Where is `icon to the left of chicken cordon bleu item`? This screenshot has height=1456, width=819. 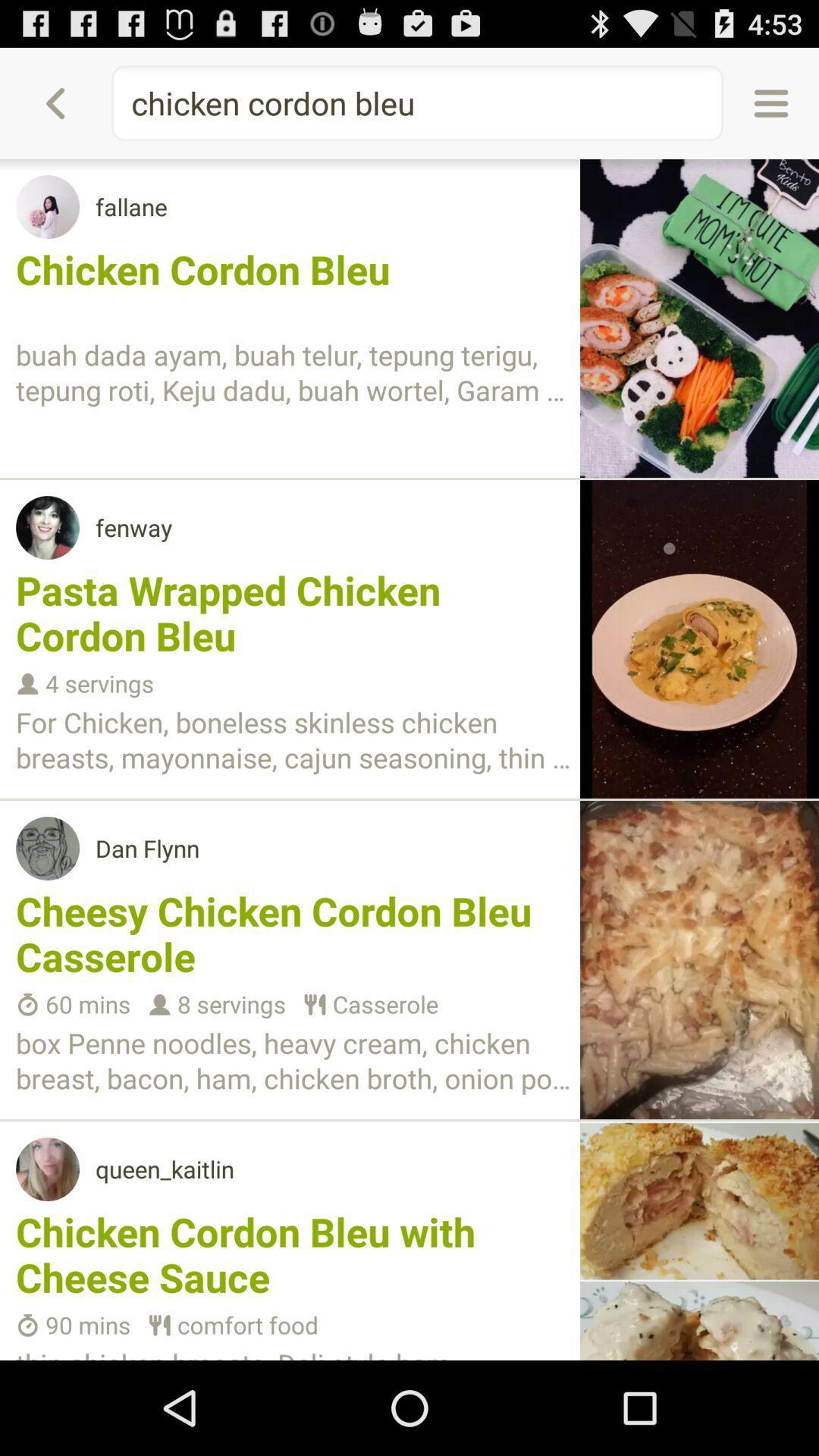
icon to the left of chicken cordon bleu item is located at coordinates (55, 102).